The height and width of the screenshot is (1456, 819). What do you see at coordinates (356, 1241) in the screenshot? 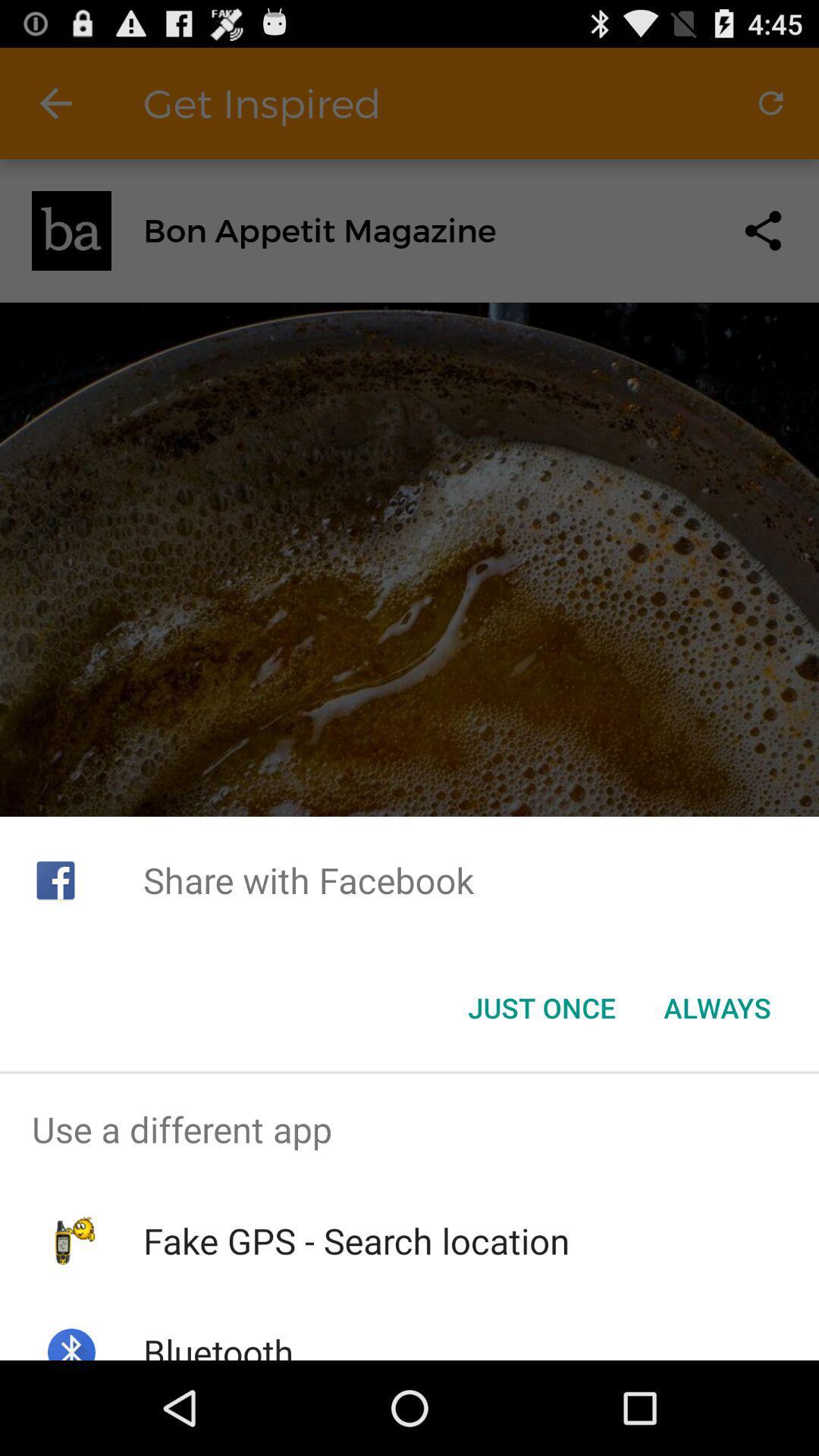
I see `item above bluetooth` at bounding box center [356, 1241].